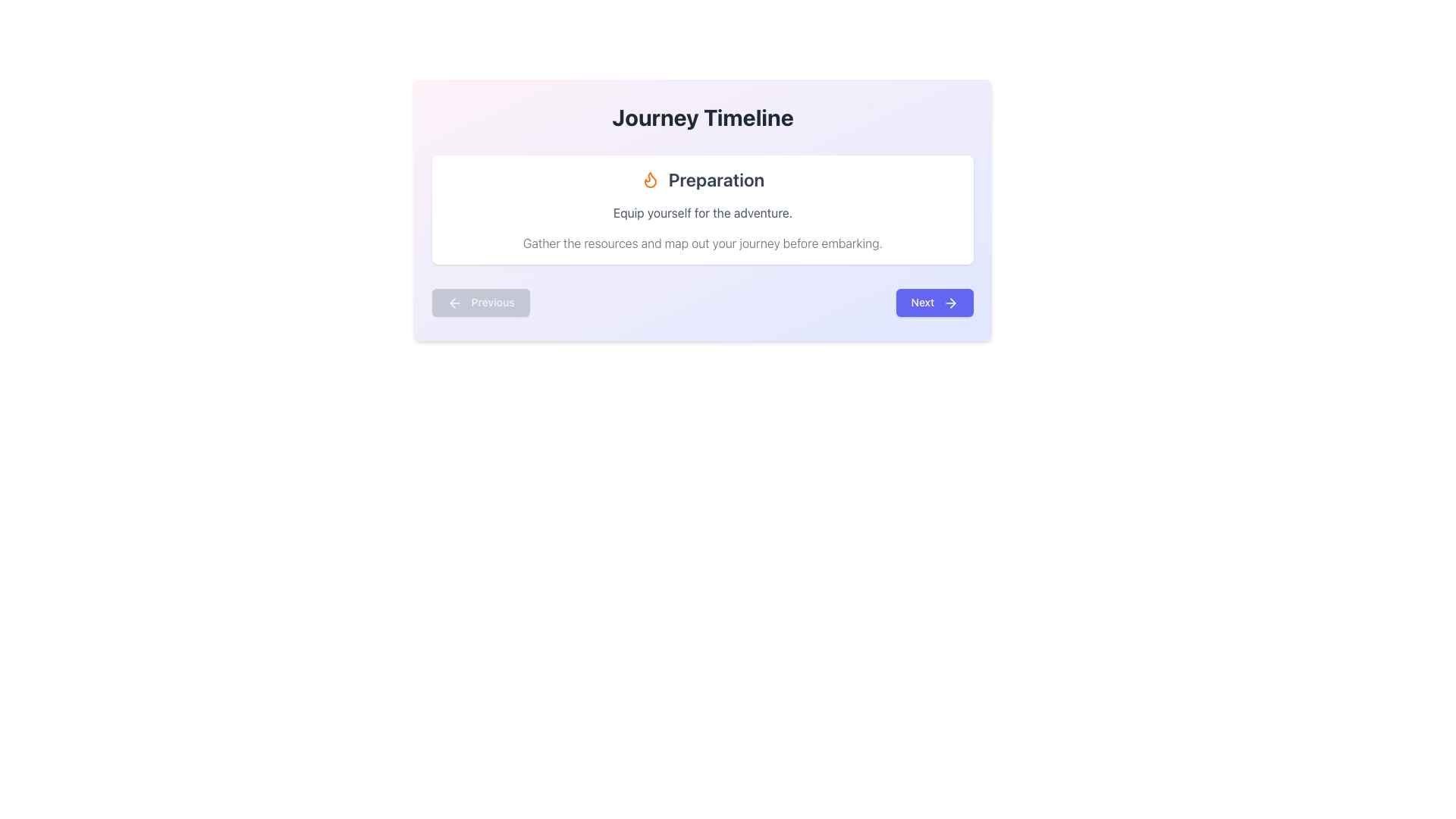  What do you see at coordinates (480, 303) in the screenshot?
I see `the 'Previous' button` at bounding box center [480, 303].